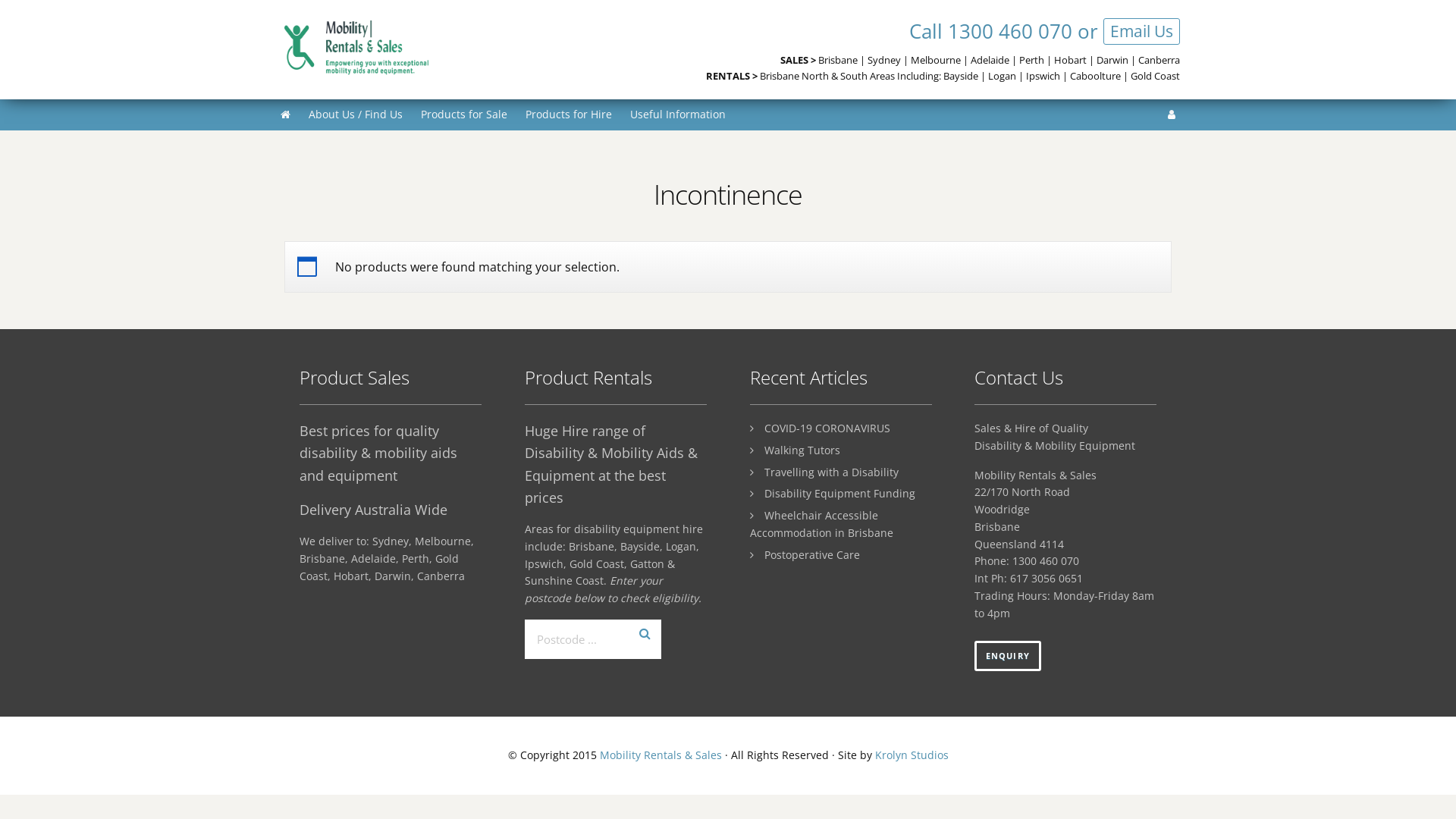  Describe the element at coordinates (463, 113) in the screenshot. I see `'Products for Sale'` at that location.